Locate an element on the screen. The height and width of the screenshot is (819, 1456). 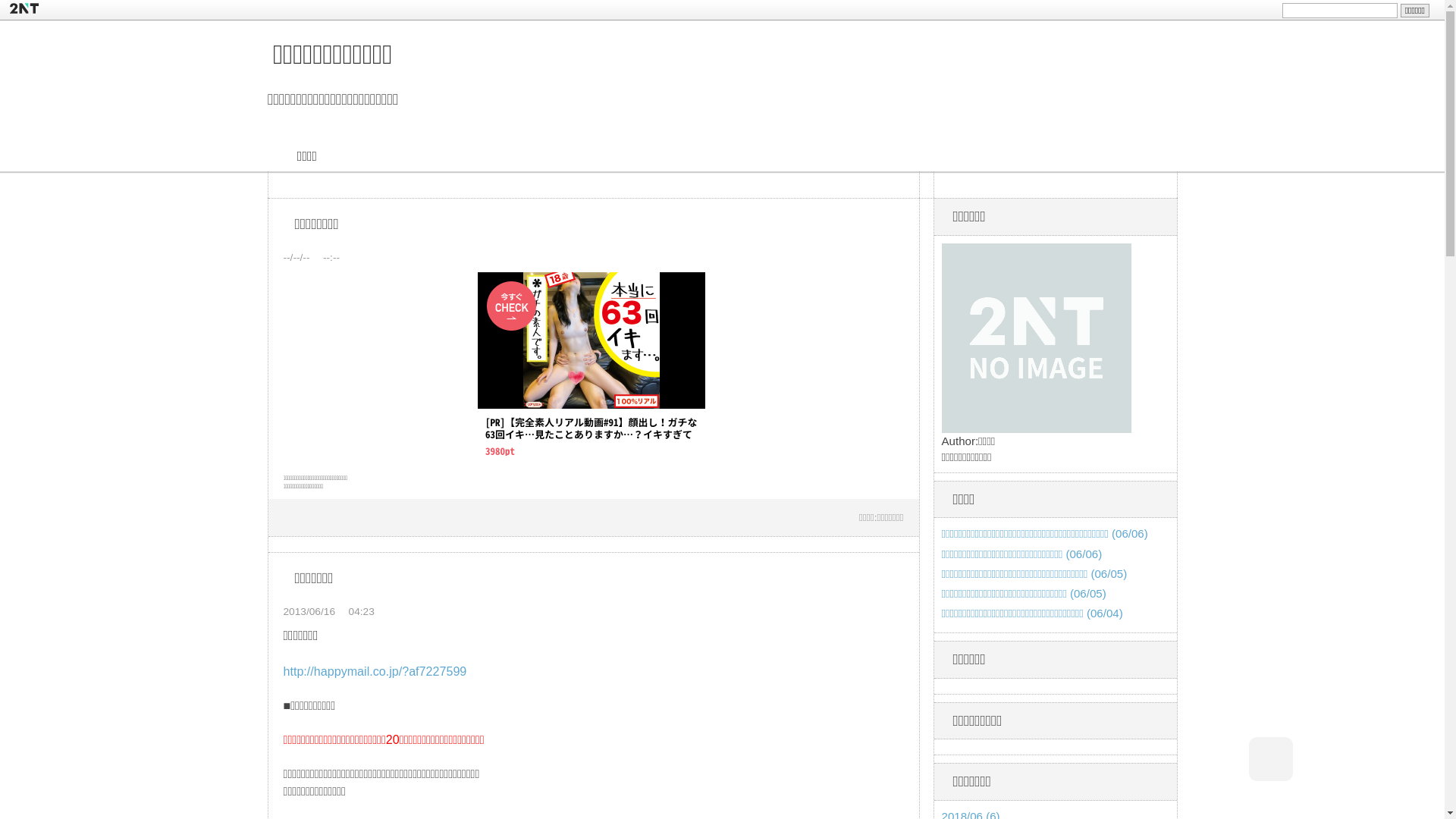
'http://happymail.co.jp/?af7227599' is located at coordinates (375, 670).